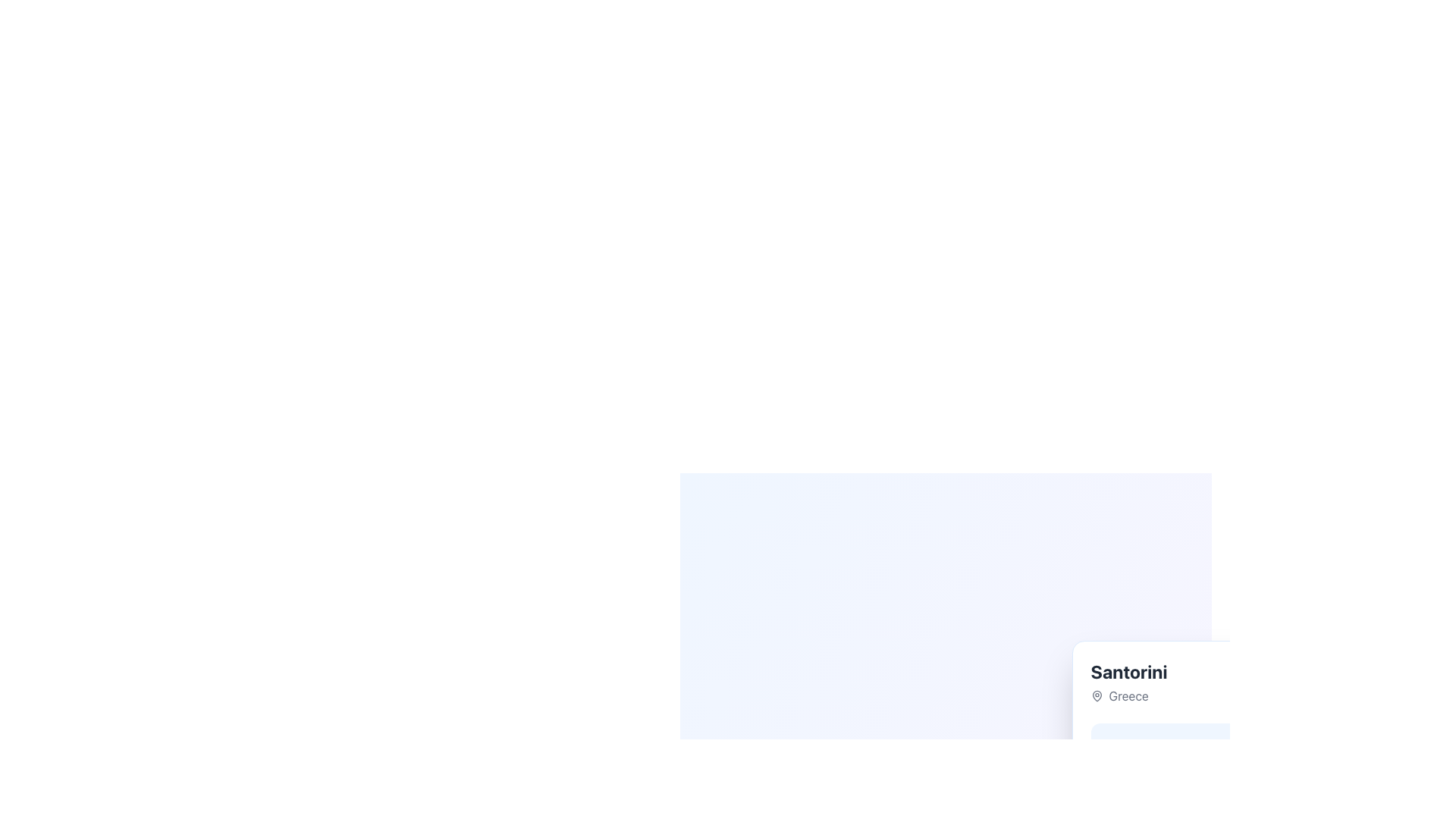 Image resolution: width=1456 pixels, height=819 pixels. I want to click on text 'Greece' from the Label with icon, which is styled in gray font and aligned with a map pin icon, so click(1128, 696).